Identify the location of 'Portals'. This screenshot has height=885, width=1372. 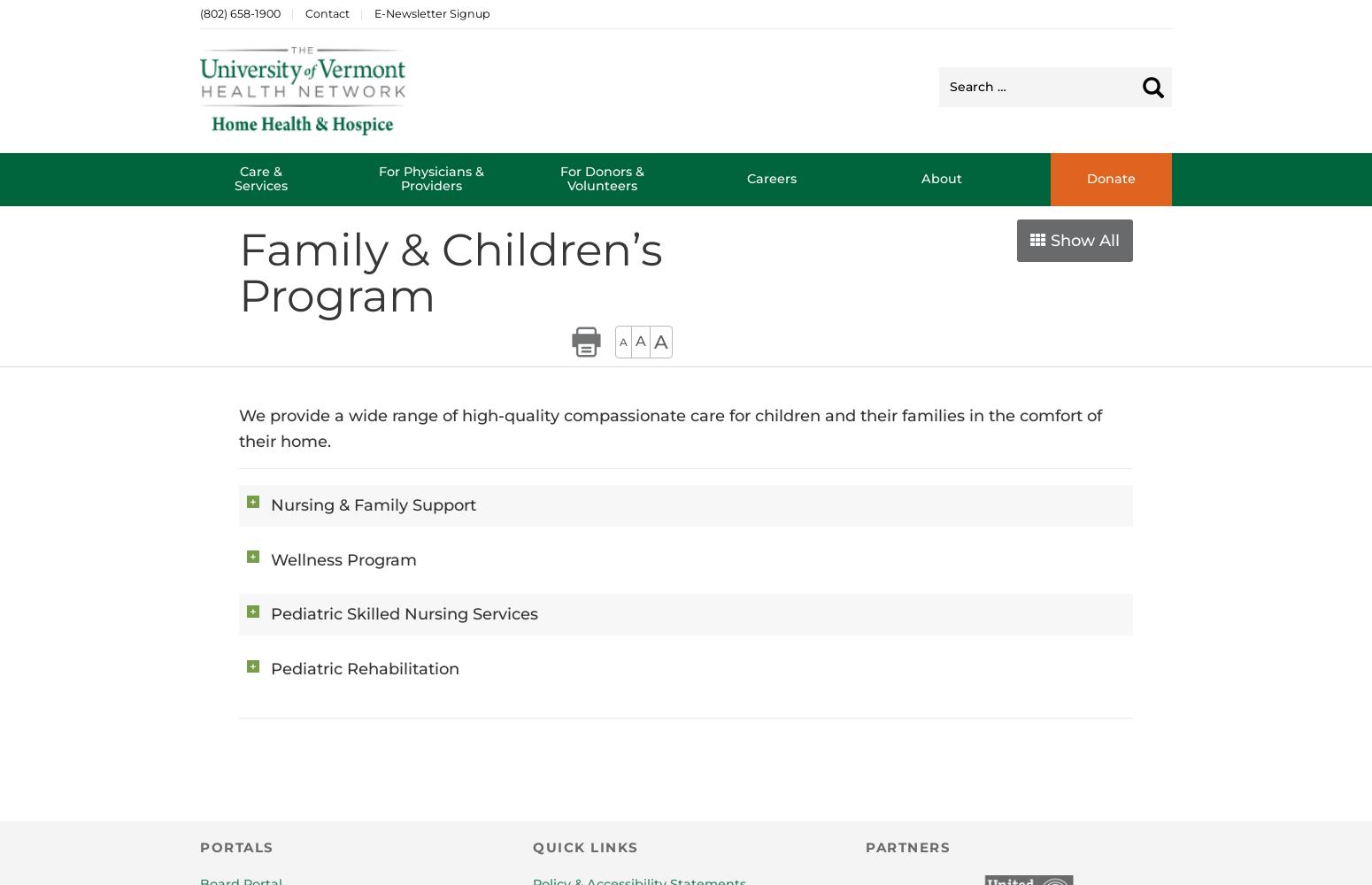
(198, 846).